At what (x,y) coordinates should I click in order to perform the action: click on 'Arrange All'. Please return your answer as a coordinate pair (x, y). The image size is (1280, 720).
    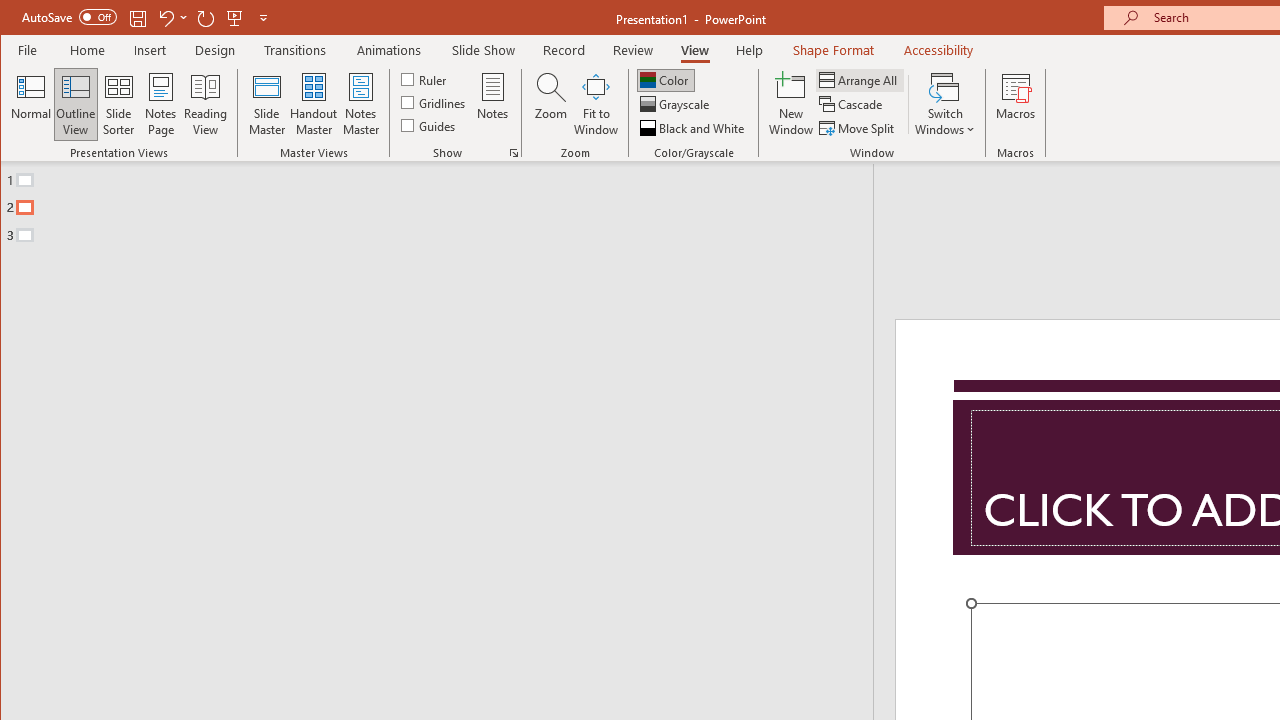
    Looking at the image, I should click on (860, 79).